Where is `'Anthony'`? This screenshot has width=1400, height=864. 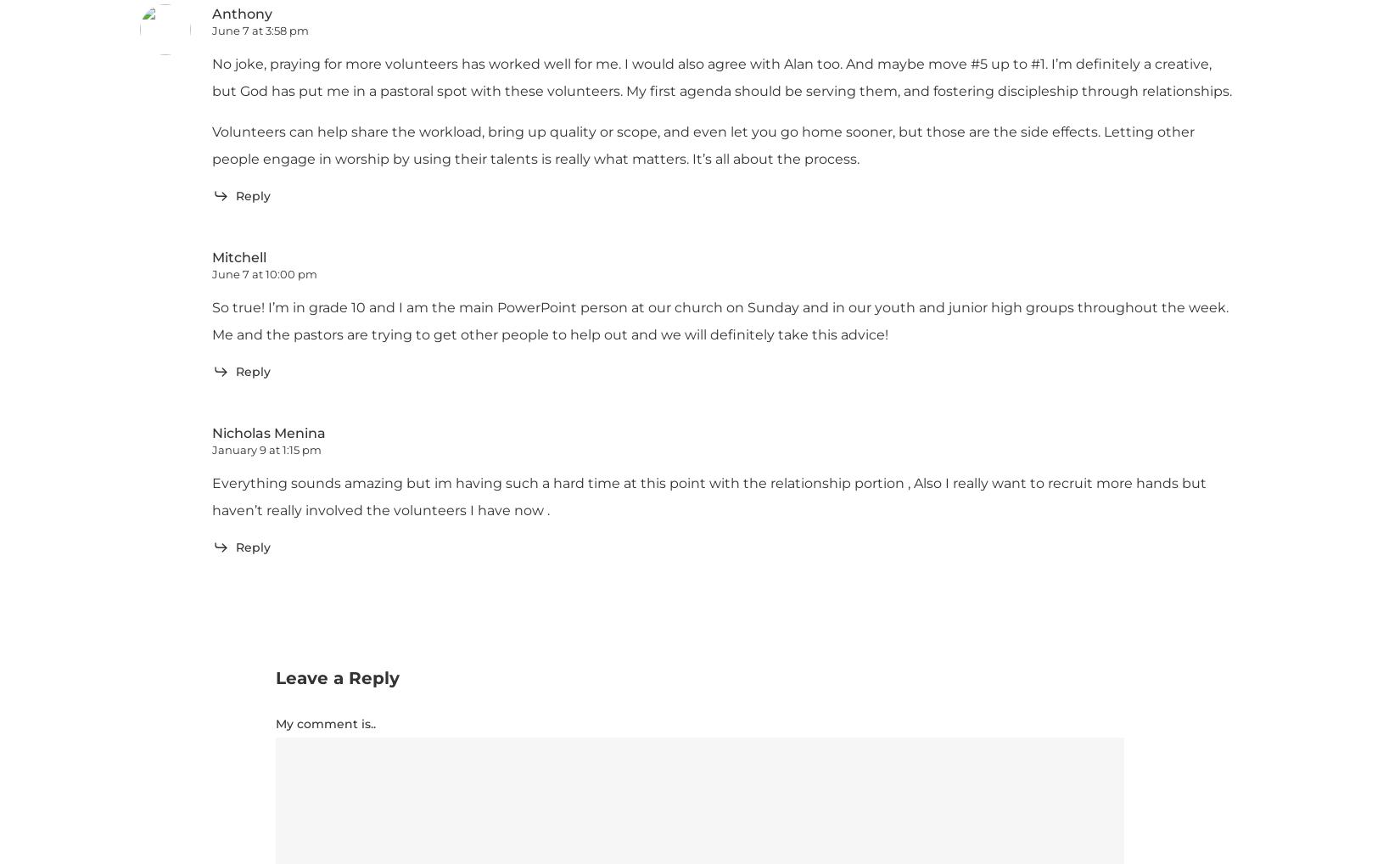
'Anthony' is located at coordinates (242, 13).